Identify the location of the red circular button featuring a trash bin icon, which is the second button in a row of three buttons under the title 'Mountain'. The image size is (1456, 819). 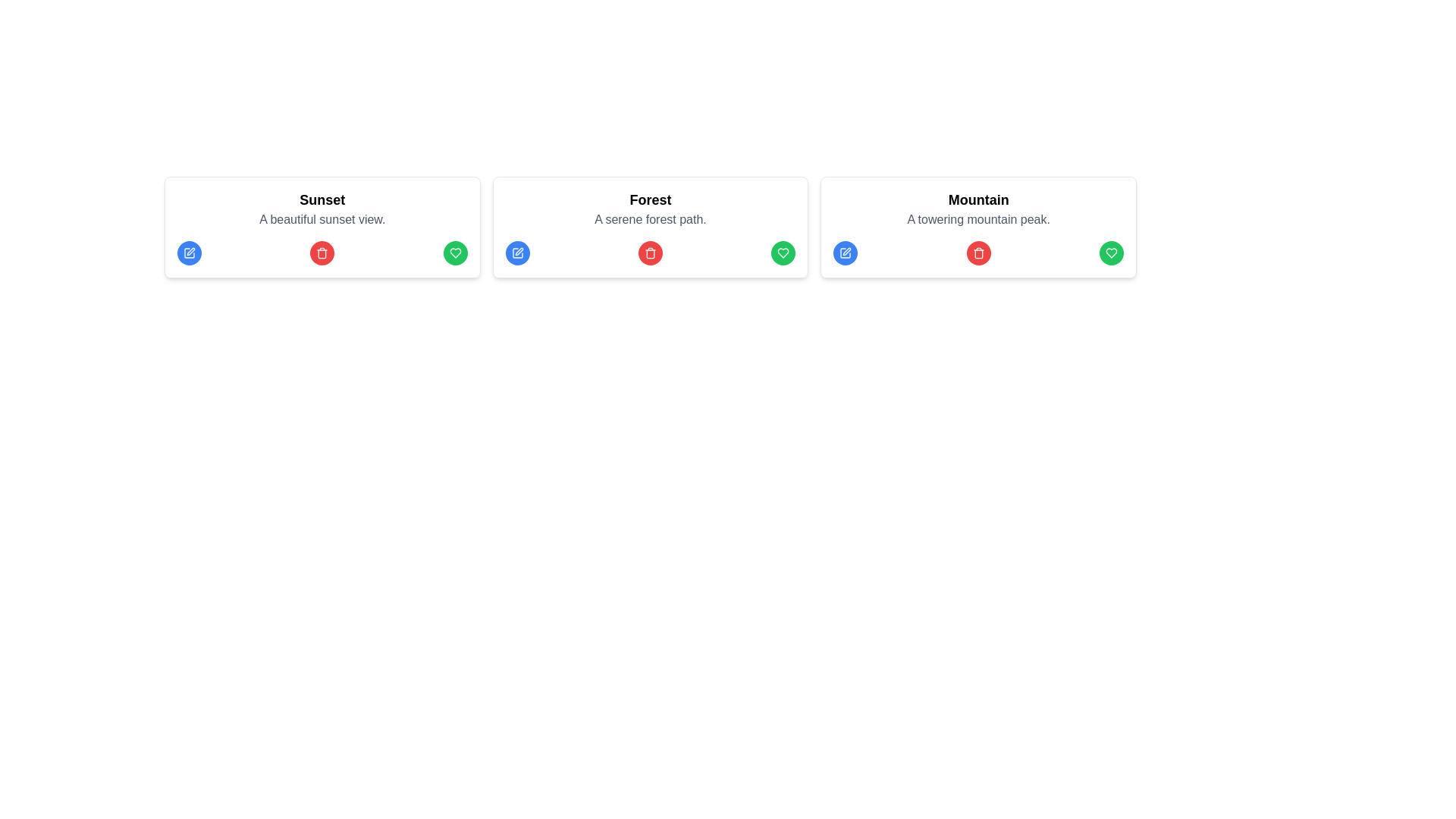
(978, 253).